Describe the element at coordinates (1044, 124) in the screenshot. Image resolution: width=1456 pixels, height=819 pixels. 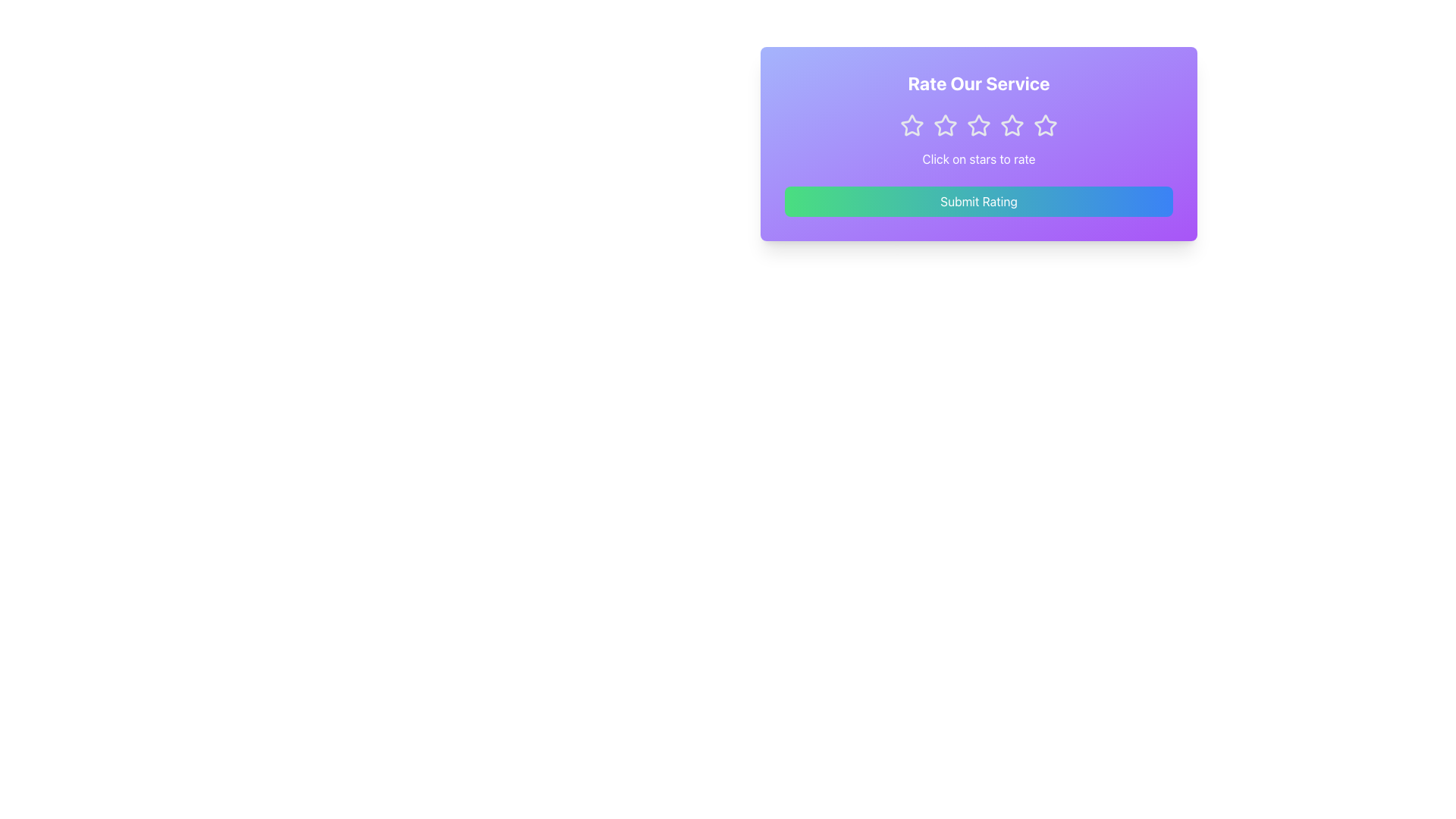
I see `the fifth star icon in the interactive rating system` at that location.